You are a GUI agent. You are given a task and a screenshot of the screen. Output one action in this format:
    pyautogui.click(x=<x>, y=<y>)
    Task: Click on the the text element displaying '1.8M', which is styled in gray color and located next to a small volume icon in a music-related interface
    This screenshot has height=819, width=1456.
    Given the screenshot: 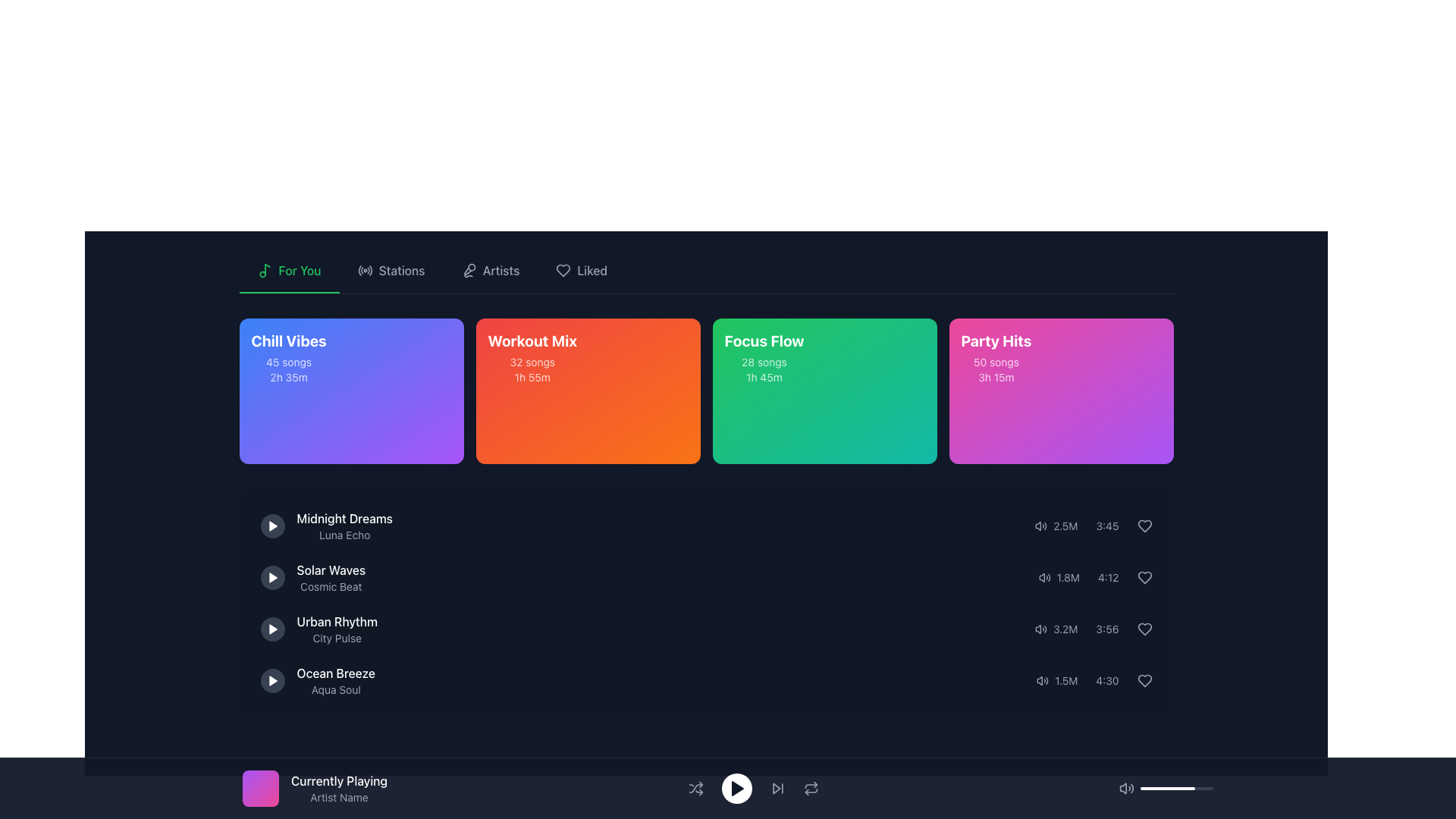 What is the action you would take?
    pyautogui.click(x=1058, y=578)
    